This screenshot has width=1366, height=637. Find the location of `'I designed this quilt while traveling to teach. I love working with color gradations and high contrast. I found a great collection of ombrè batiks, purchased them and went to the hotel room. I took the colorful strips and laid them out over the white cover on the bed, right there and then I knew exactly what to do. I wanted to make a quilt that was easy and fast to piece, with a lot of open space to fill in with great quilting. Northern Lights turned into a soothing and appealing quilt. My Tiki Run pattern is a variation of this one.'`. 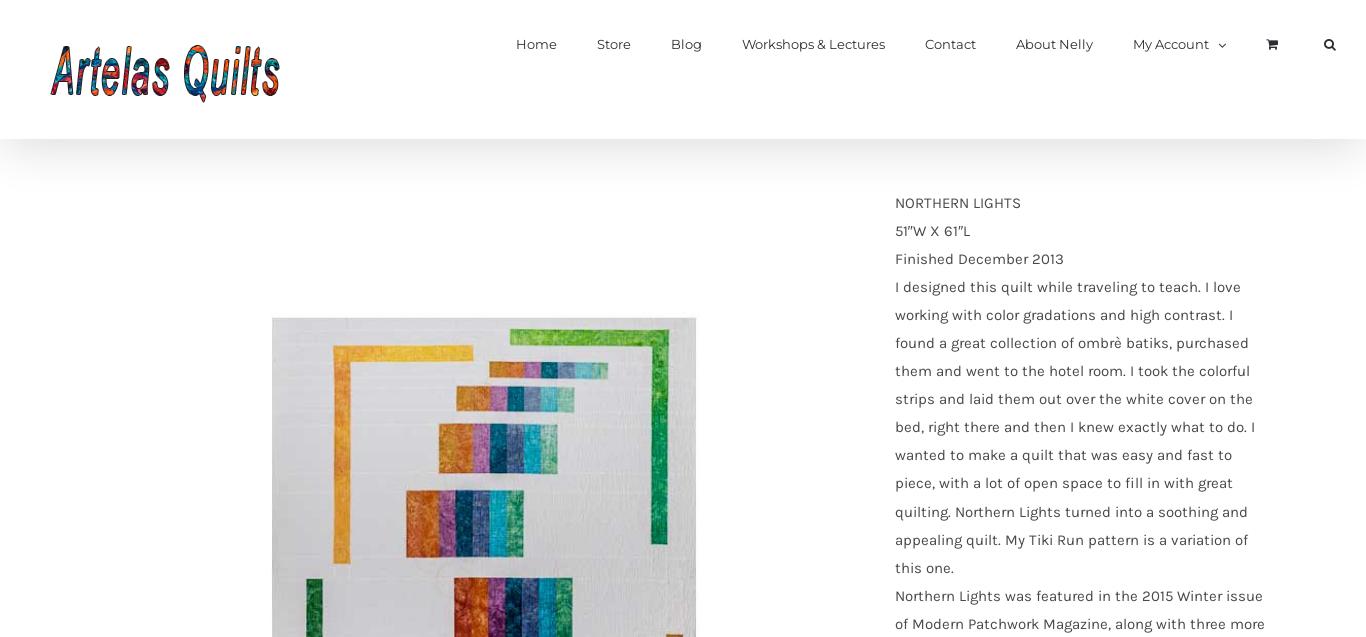

'I designed this quilt while traveling to teach. I love working with color gradations and high contrast. I found a great collection of ombrè batiks, purchased them and went to the hotel room. I took the colorful strips and laid them out over the white cover on the bed, right there and then I knew exactly what to do. I wanted to make a quilt that was easy and fast to piece, with a lot of open space to fill in with great quilting. Northern Lights turned into a soothing and appealing quilt. My Tiki Run pattern is a variation of this one.' is located at coordinates (1072, 425).